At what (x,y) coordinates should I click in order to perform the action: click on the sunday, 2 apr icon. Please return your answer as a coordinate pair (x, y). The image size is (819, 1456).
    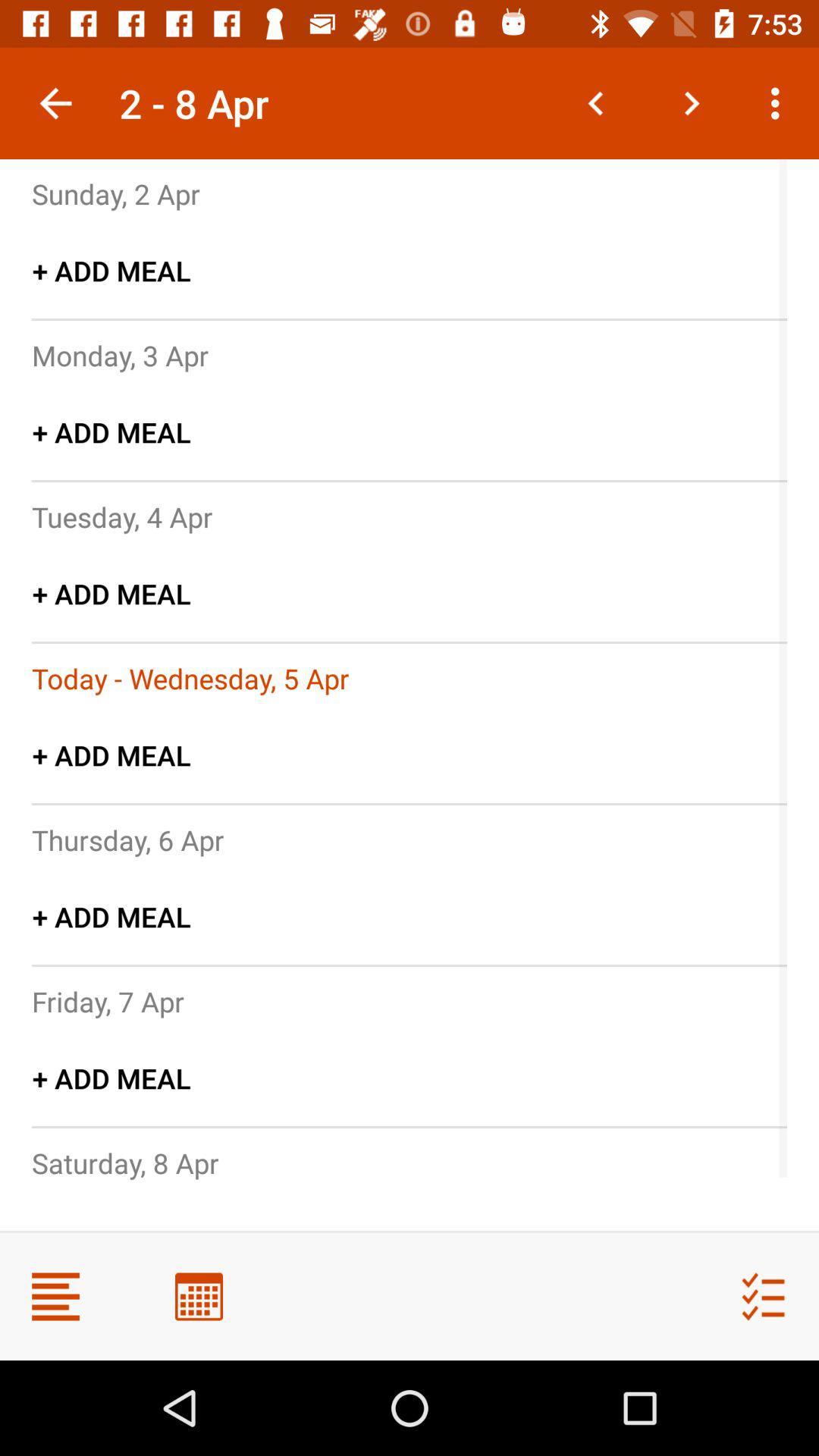
    Looking at the image, I should click on (115, 193).